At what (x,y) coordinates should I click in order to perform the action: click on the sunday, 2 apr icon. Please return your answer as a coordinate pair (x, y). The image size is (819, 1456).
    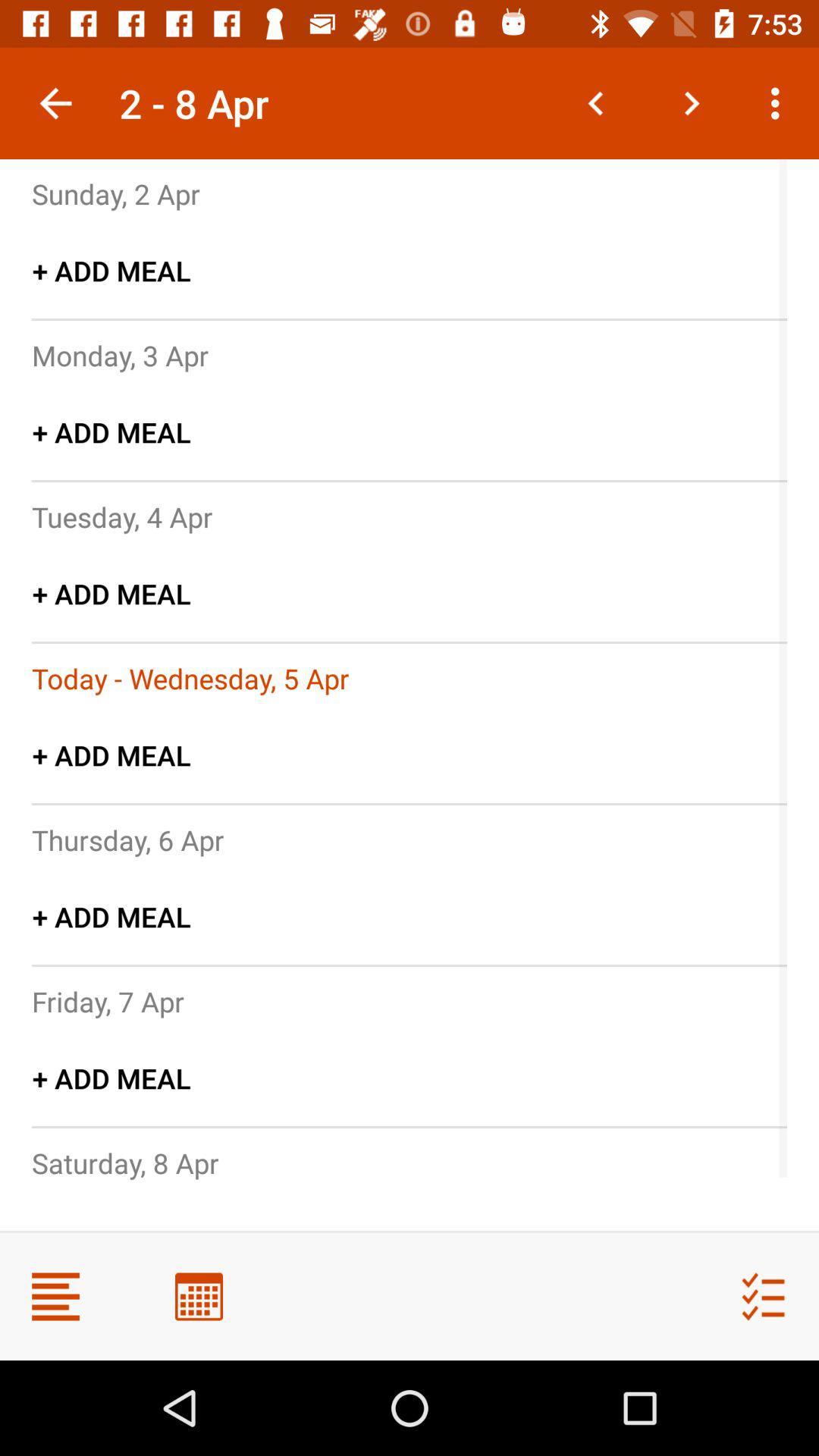
    Looking at the image, I should click on (115, 193).